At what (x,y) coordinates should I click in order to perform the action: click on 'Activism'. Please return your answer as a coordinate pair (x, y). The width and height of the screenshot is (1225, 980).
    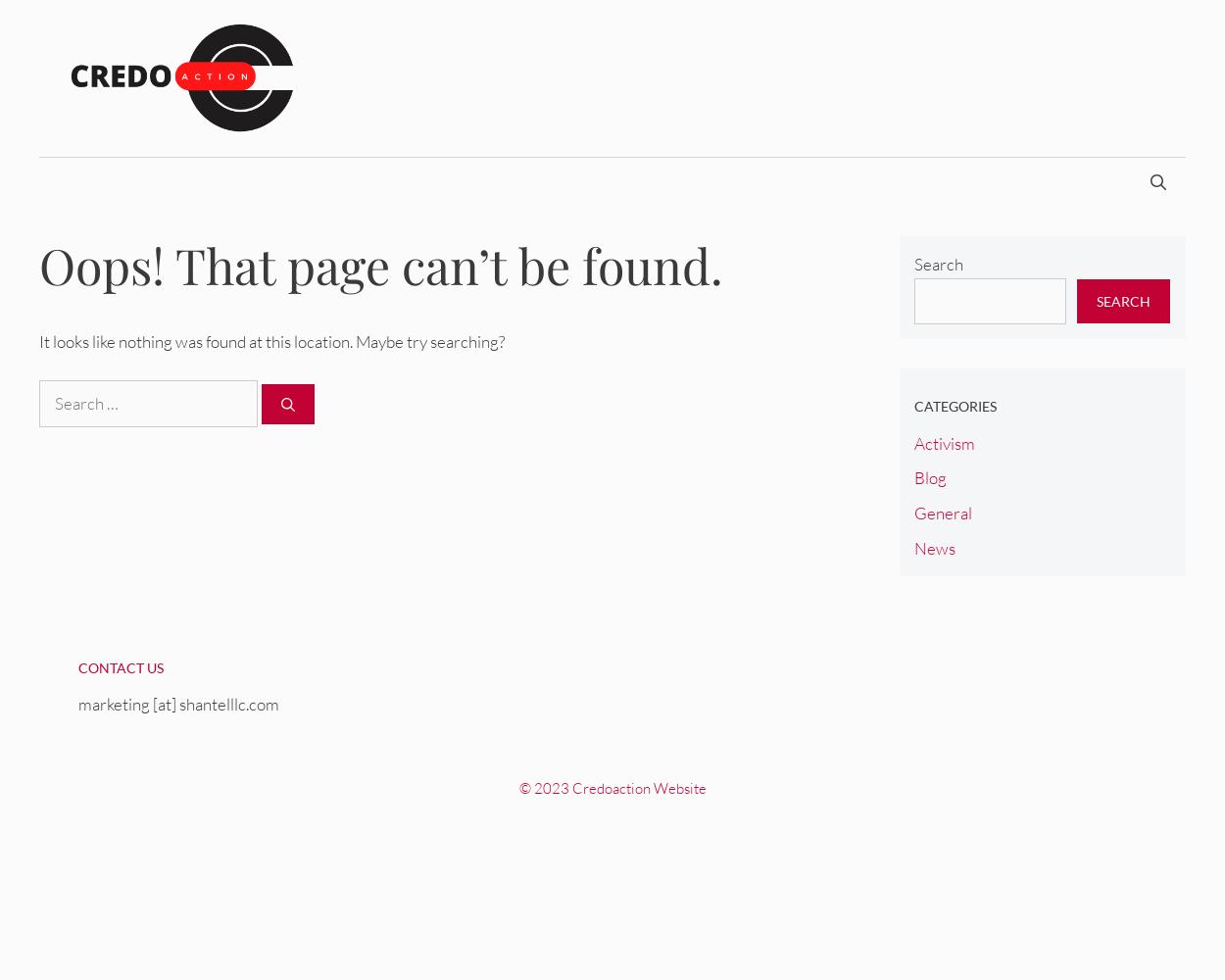
    Looking at the image, I should click on (913, 441).